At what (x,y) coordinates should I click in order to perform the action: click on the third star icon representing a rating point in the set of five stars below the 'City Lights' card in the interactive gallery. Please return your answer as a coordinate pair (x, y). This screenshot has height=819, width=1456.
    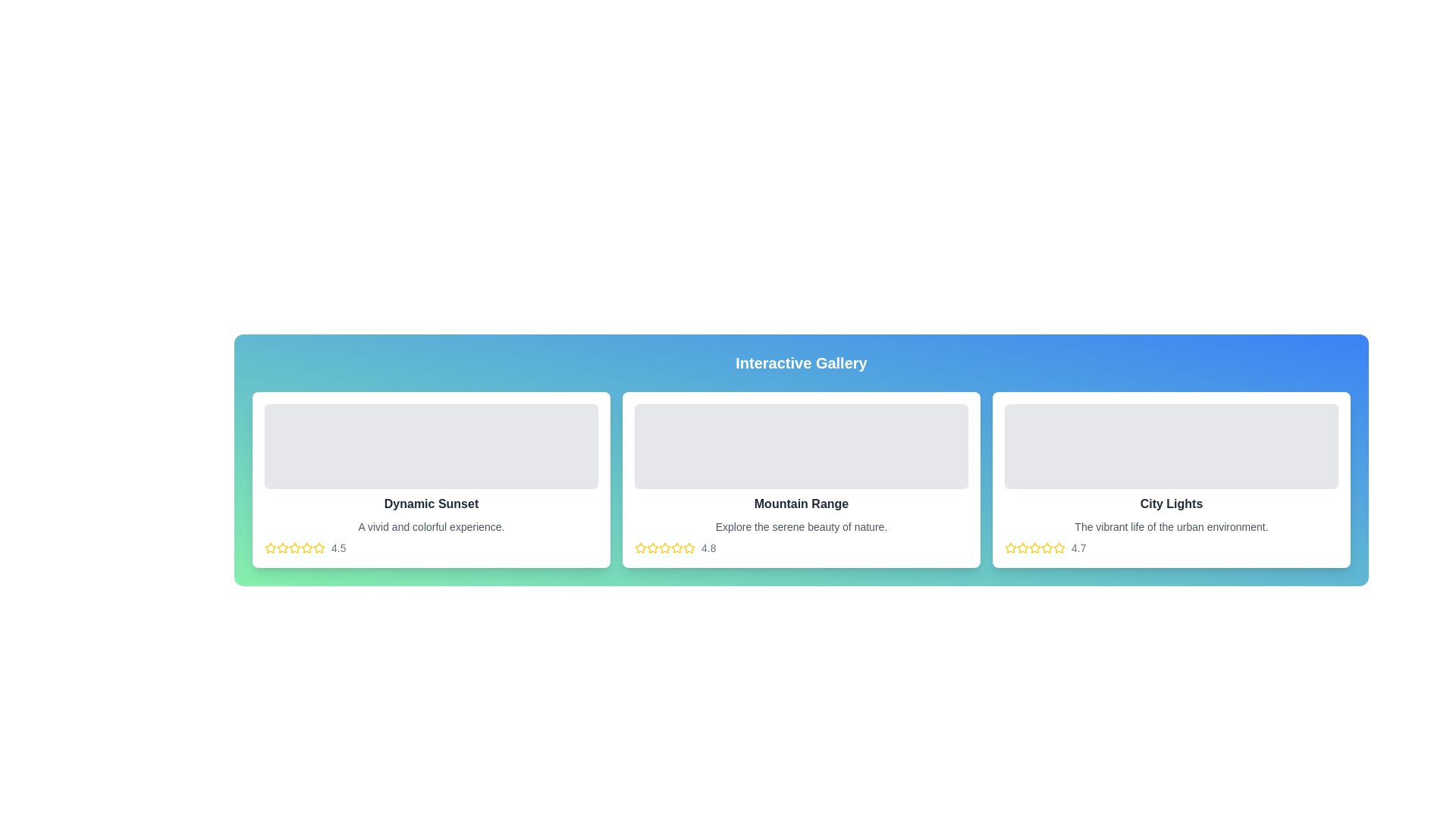
    Looking at the image, I should click on (1022, 548).